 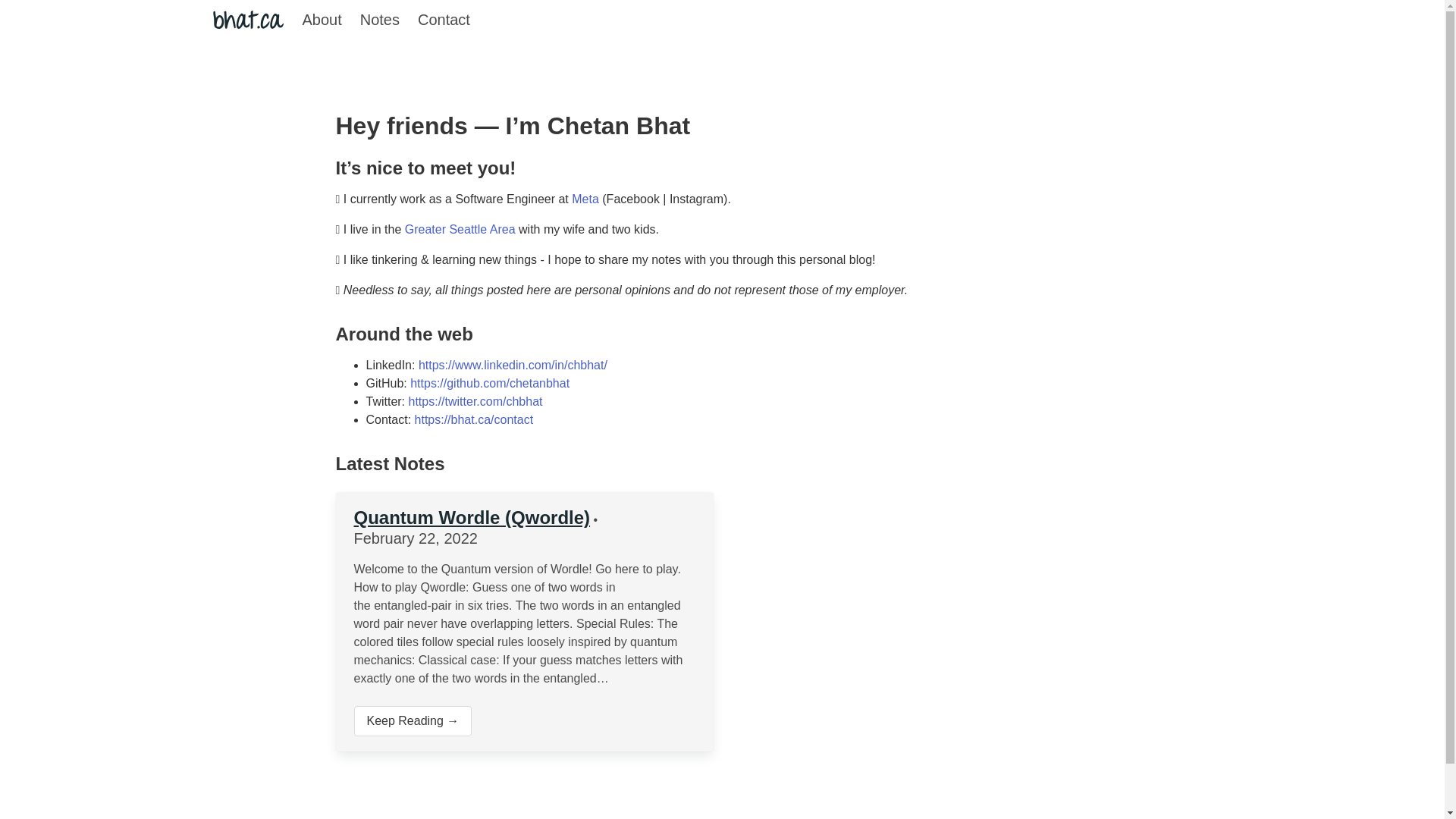 What do you see at coordinates (473, 419) in the screenshot?
I see `'https://bhat.ca/contact'` at bounding box center [473, 419].